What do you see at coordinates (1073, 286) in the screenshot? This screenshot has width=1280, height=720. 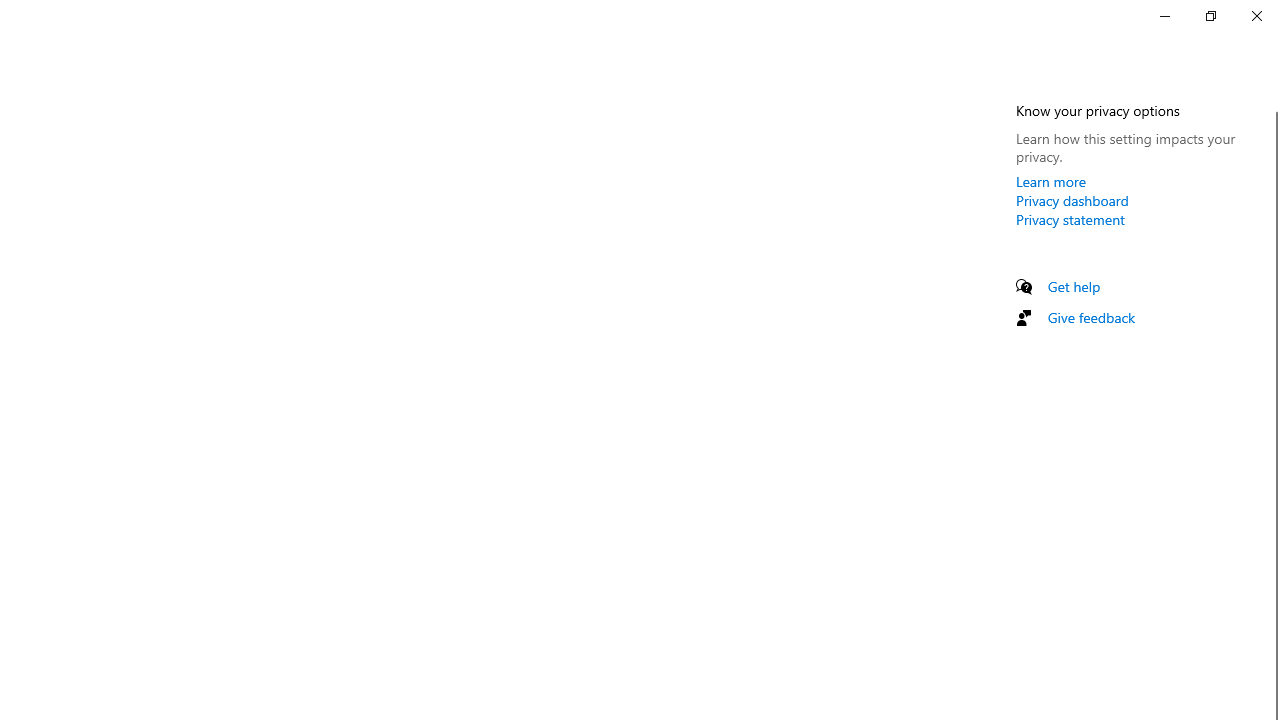 I see `'Get help'` at bounding box center [1073, 286].